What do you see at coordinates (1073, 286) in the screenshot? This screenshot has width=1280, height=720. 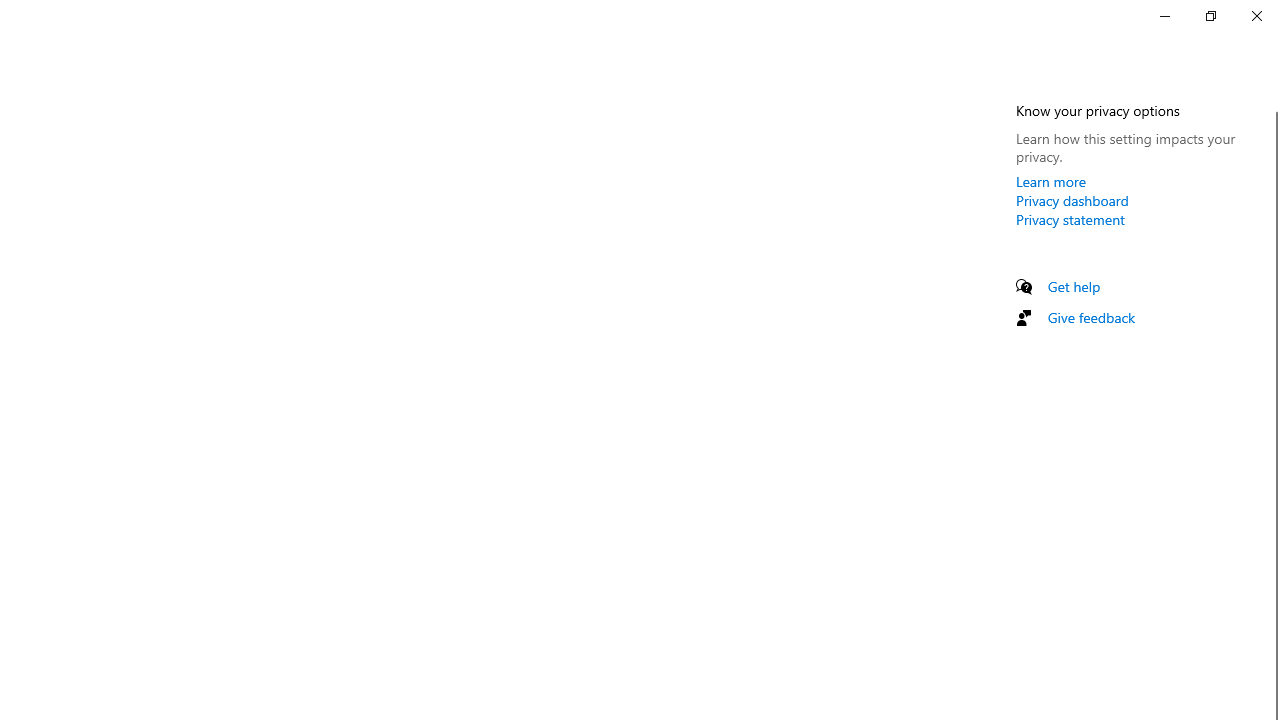 I see `'Get help'` at bounding box center [1073, 286].